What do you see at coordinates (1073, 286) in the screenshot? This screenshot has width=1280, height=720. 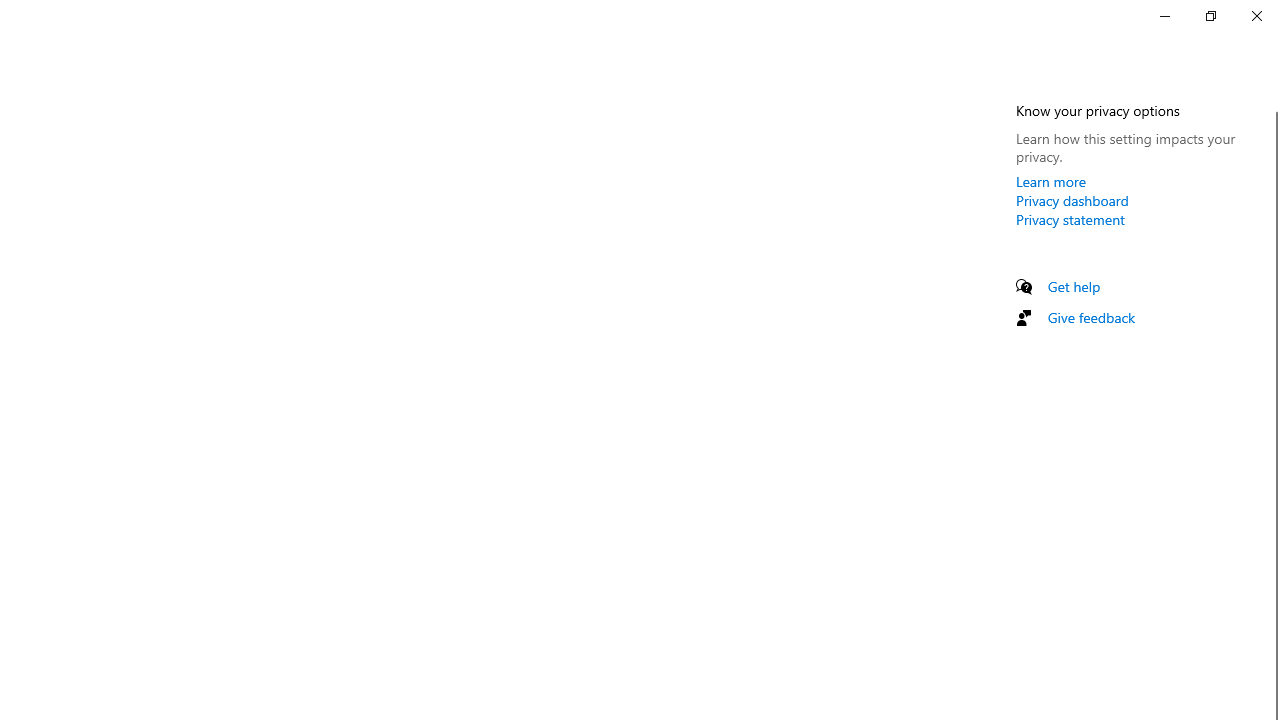 I see `'Get help'` at bounding box center [1073, 286].